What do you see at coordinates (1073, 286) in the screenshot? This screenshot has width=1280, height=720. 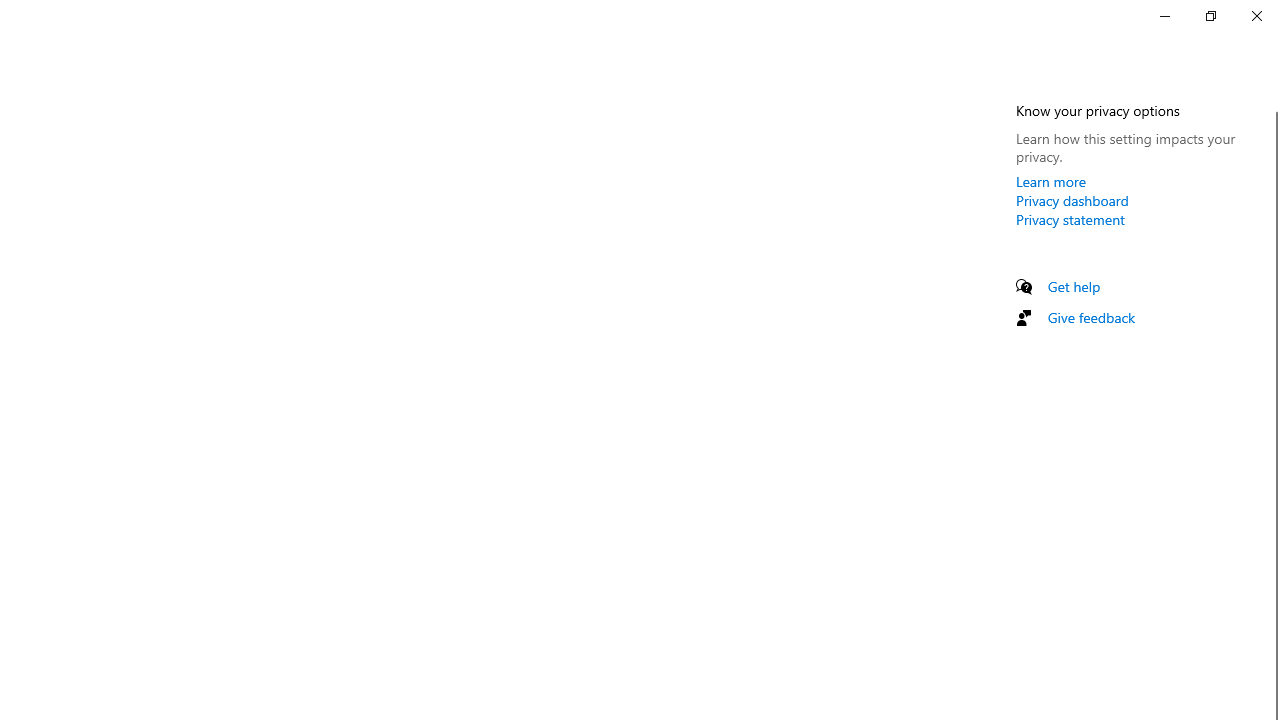 I see `'Get help'` at bounding box center [1073, 286].